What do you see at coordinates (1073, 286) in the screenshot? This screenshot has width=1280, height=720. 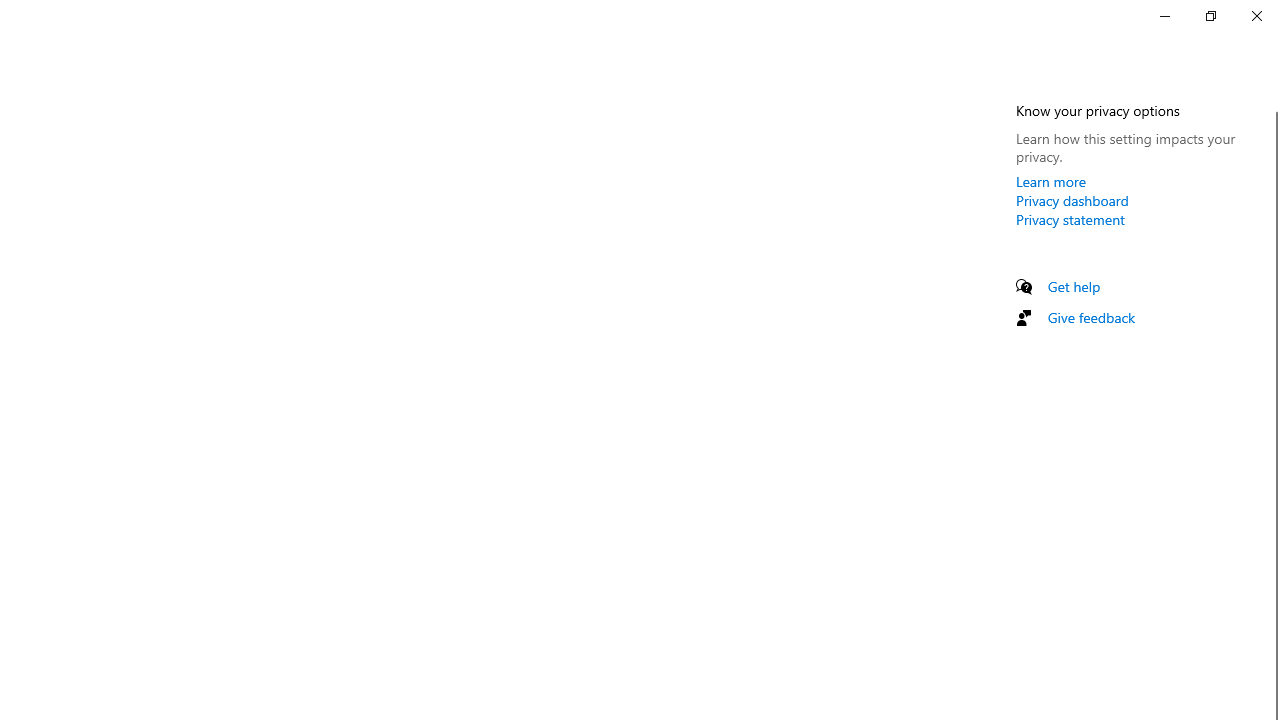 I see `'Get help'` at bounding box center [1073, 286].